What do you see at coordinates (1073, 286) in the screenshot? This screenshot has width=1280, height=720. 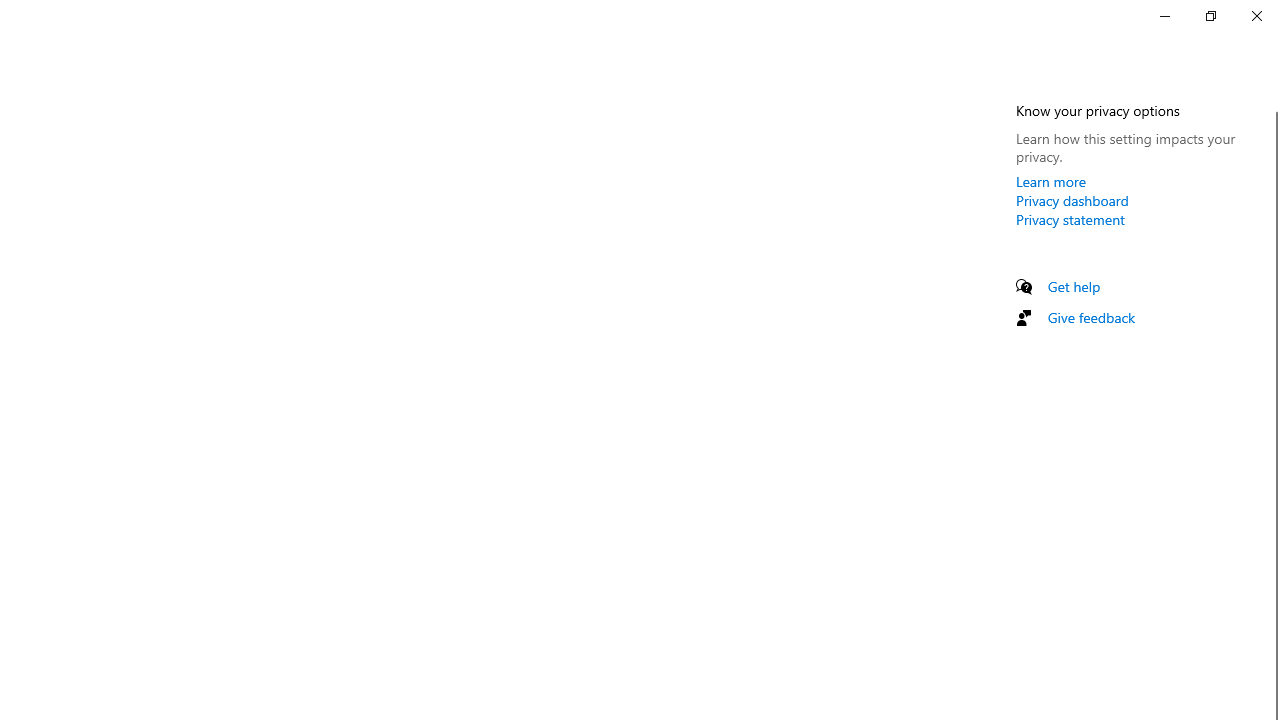 I see `'Get help'` at bounding box center [1073, 286].